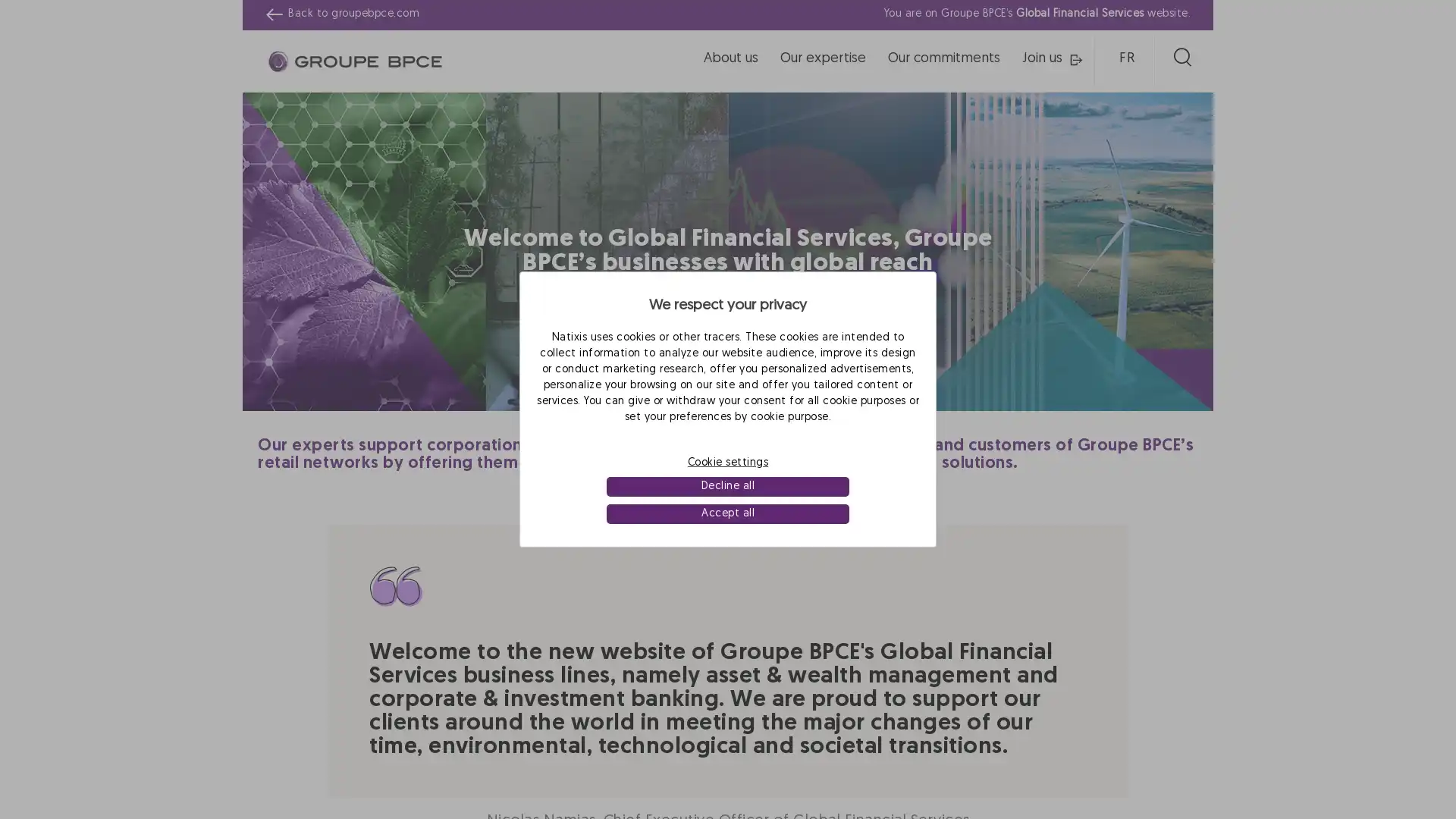  I want to click on Decline all, so click(726, 486).